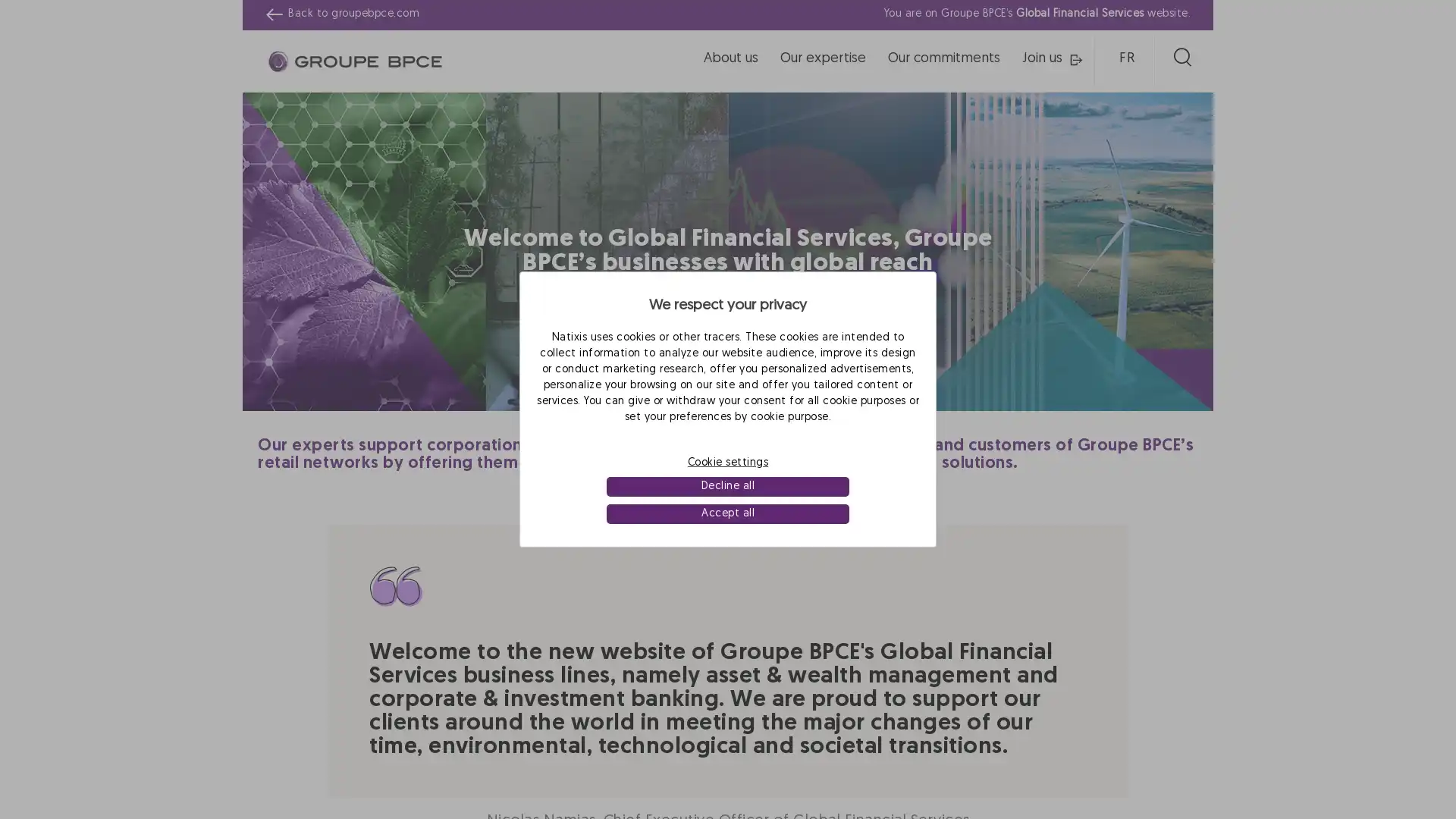  I want to click on Decline all, so click(726, 486).